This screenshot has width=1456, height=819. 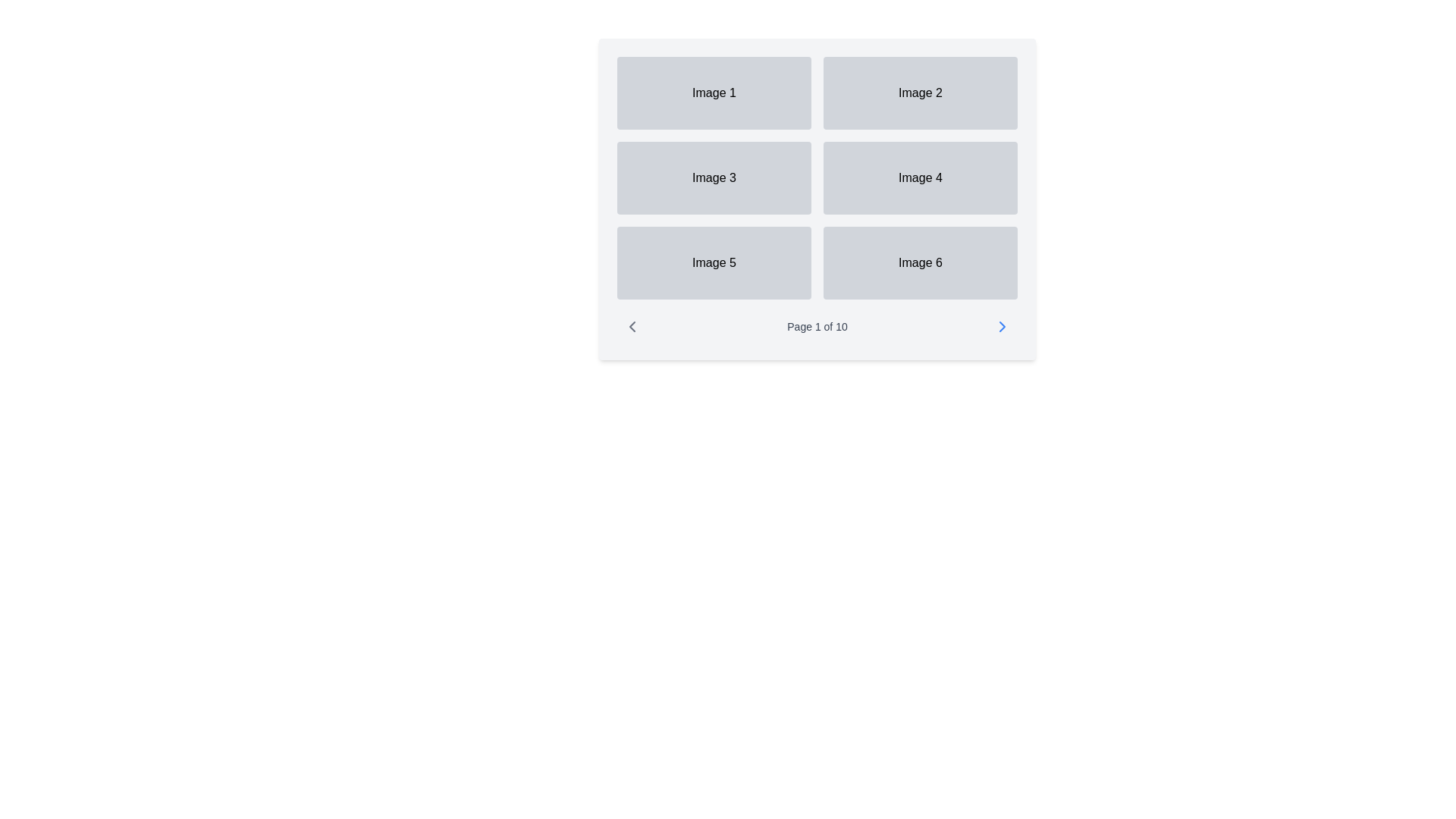 I want to click on the Icon button located in the bottom-left corner of the card area displaying image previews for keyboard navigation, so click(x=632, y=326).